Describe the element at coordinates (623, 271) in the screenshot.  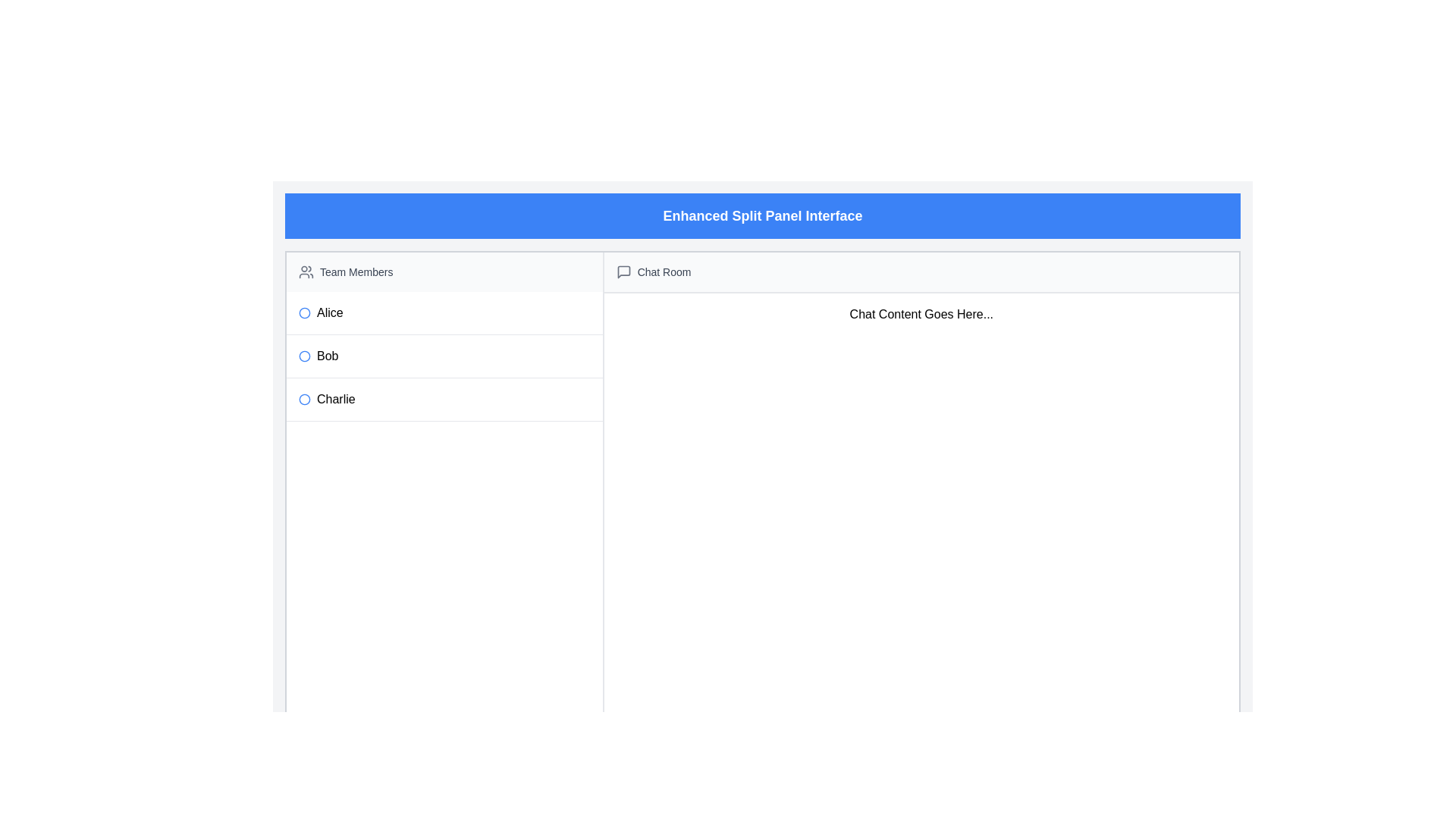
I see `the chat bubble icon located to the left of the 'Chat Room' header text` at that location.